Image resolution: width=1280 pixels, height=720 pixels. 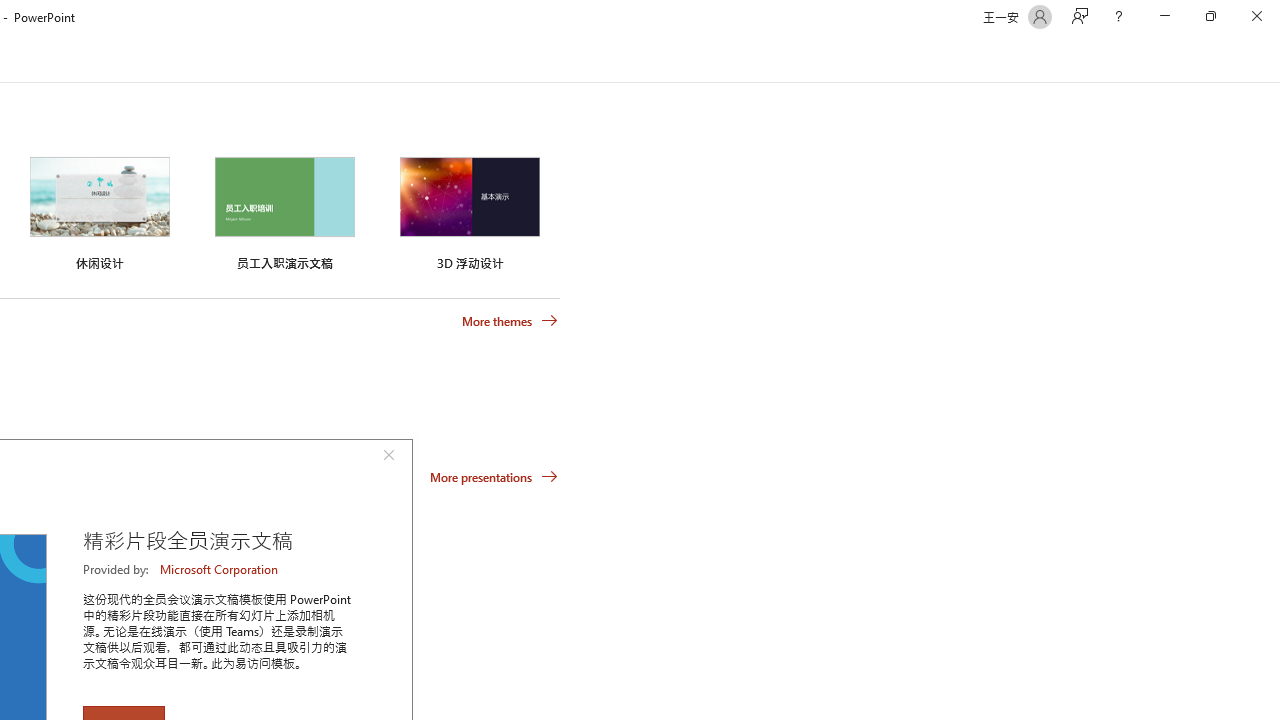 What do you see at coordinates (494, 477) in the screenshot?
I see `'More presentations'` at bounding box center [494, 477].